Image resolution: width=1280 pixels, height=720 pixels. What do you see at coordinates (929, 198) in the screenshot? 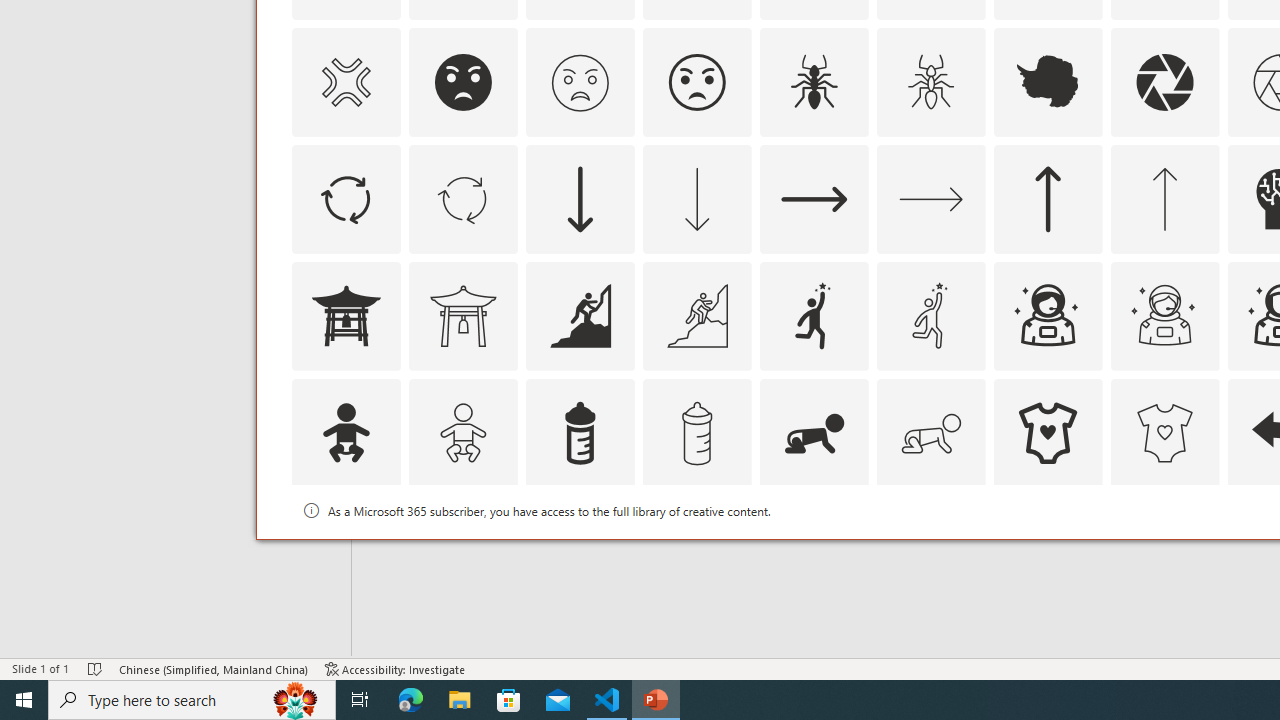
I see `'AutomationID: Icons_ArrowRight_M'` at bounding box center [929, 198].